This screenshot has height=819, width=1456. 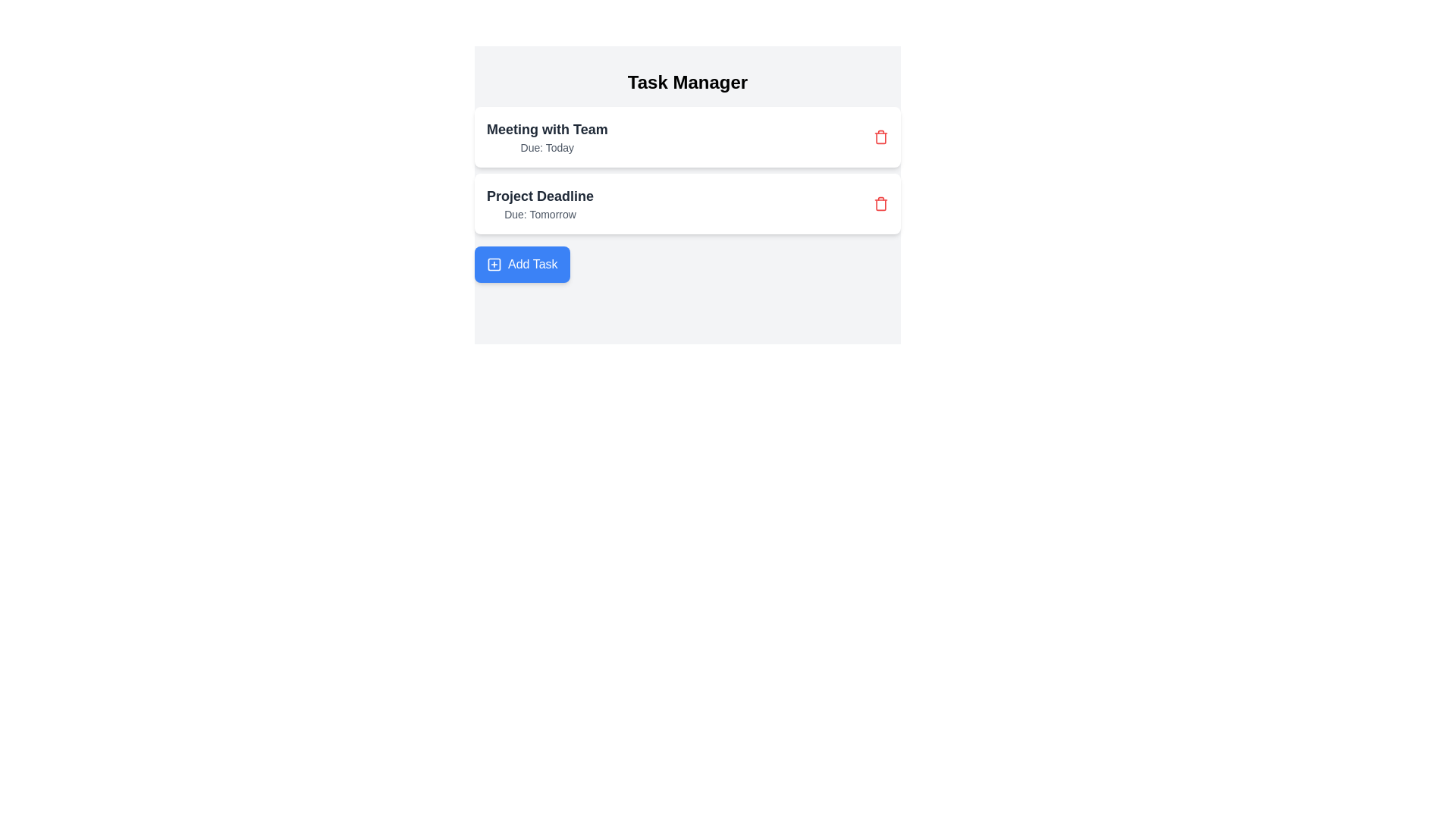 I want to click on the static text element displaying the project deadline 'Tomorrow', which is positioned below the 'Project Deadline' text in the task management interface, so click(x=540, y=214).